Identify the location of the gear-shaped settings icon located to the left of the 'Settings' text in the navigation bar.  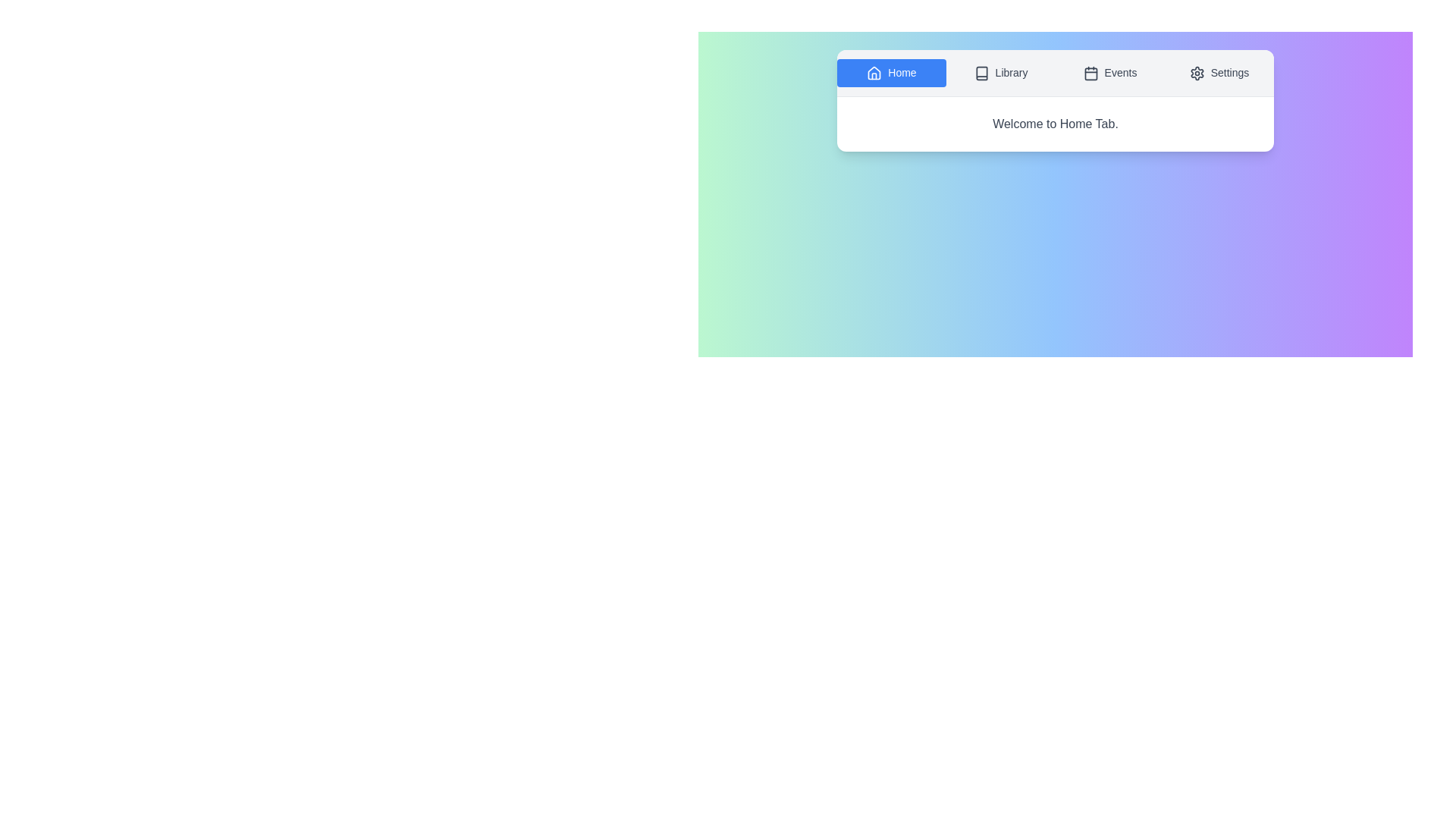
(1196, 74).